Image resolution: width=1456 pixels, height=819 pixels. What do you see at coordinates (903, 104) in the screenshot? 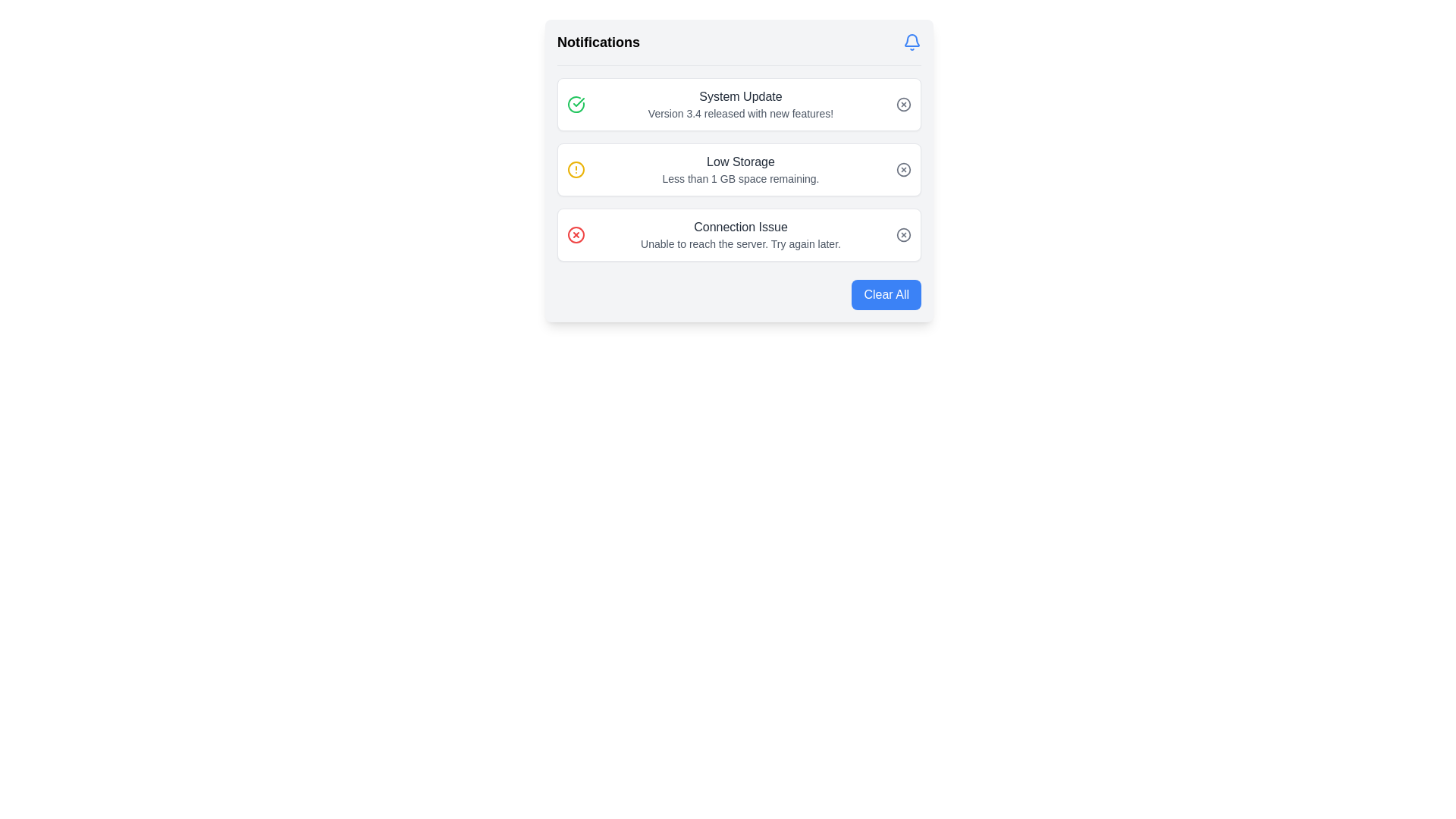
I see `the circular vector graphic element within the 'System Update' notification icon, located in the far-right section of the first notification row` at bounding box center [903, 104].